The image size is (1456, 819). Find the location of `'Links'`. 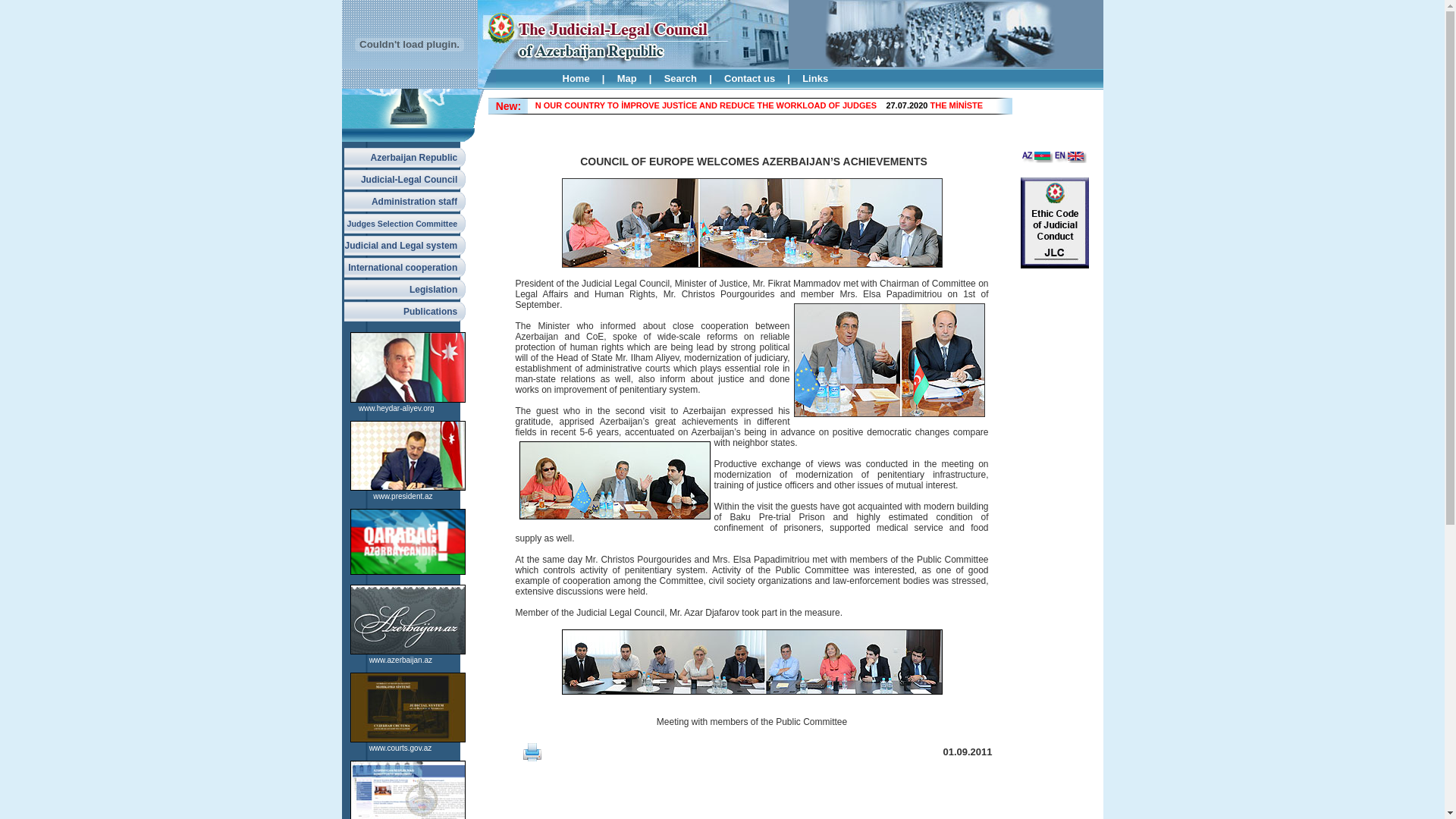

'Links' is located at coordinates (814, 78).